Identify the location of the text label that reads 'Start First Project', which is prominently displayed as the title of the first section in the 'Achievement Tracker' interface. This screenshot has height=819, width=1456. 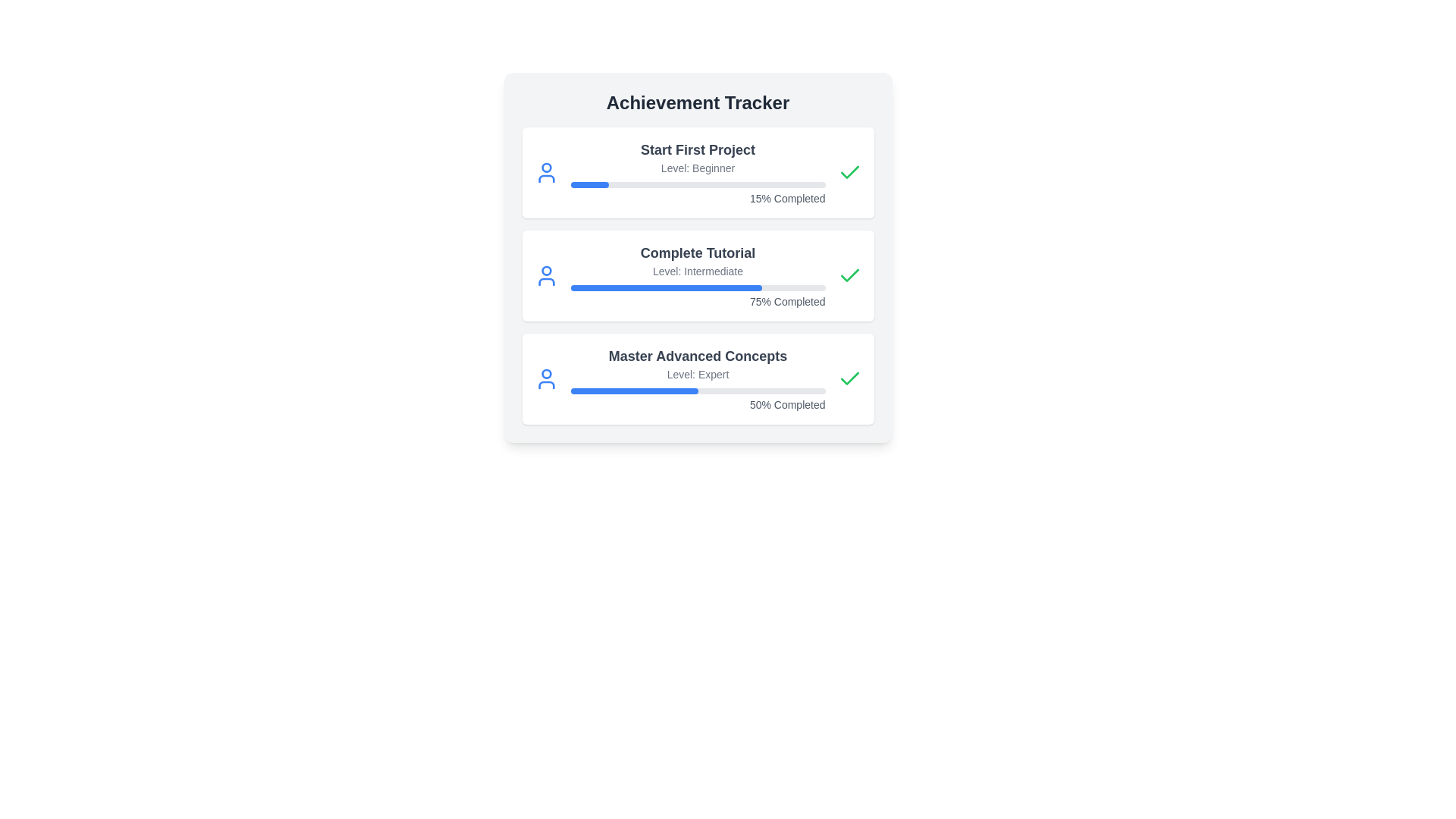
(697, 149).